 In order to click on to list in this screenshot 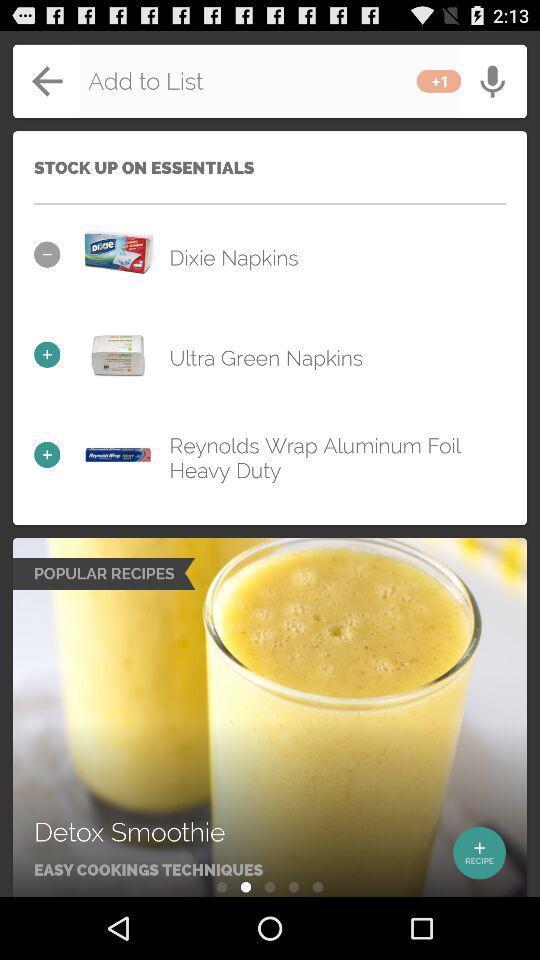, I will do `click(270, 81)`.